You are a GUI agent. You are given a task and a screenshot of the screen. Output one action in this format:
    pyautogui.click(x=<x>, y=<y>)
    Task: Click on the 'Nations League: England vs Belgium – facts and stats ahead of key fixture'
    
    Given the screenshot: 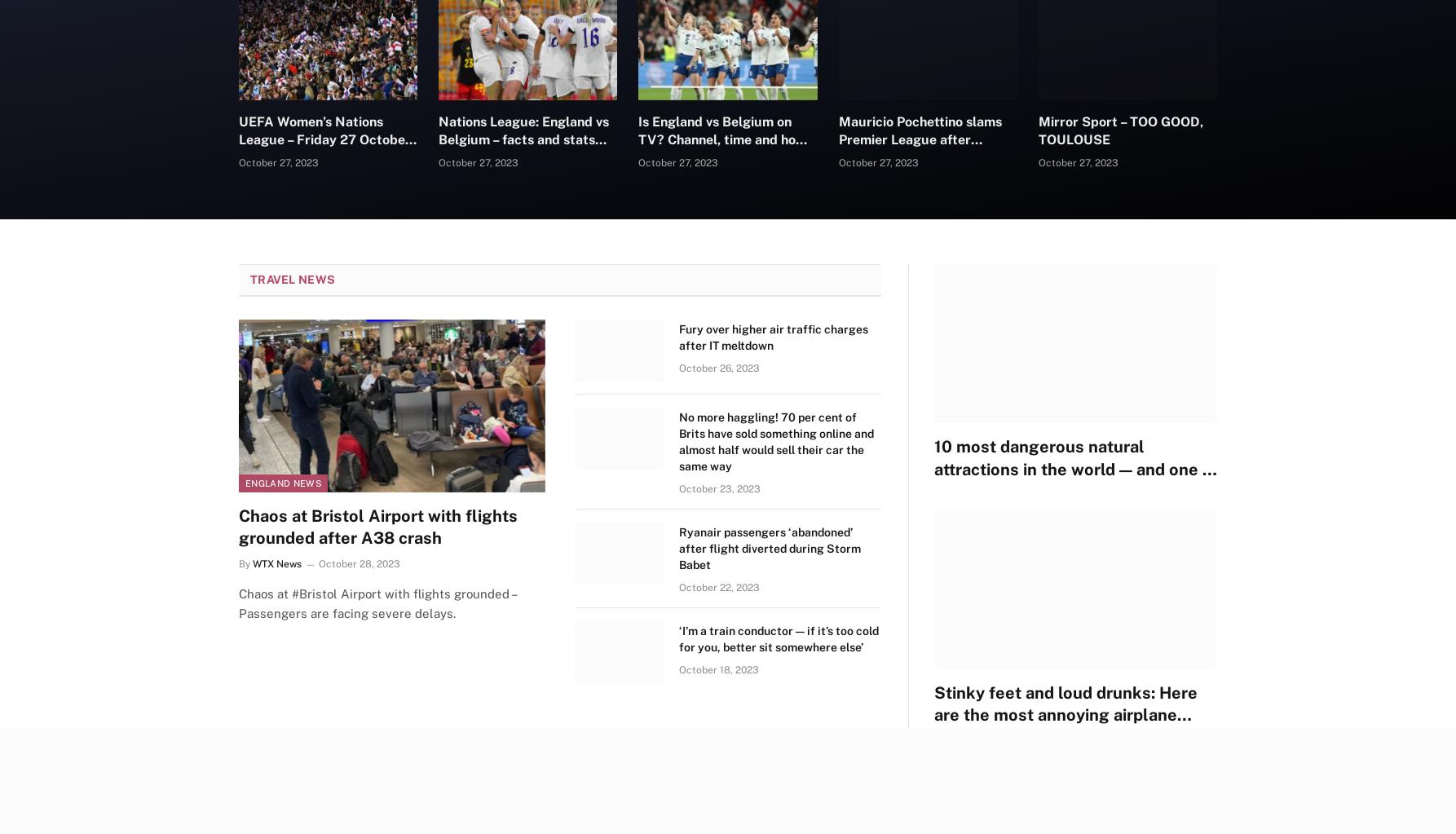 What is the action you would take?
    pyautogui.click(x=523, y=139)
    